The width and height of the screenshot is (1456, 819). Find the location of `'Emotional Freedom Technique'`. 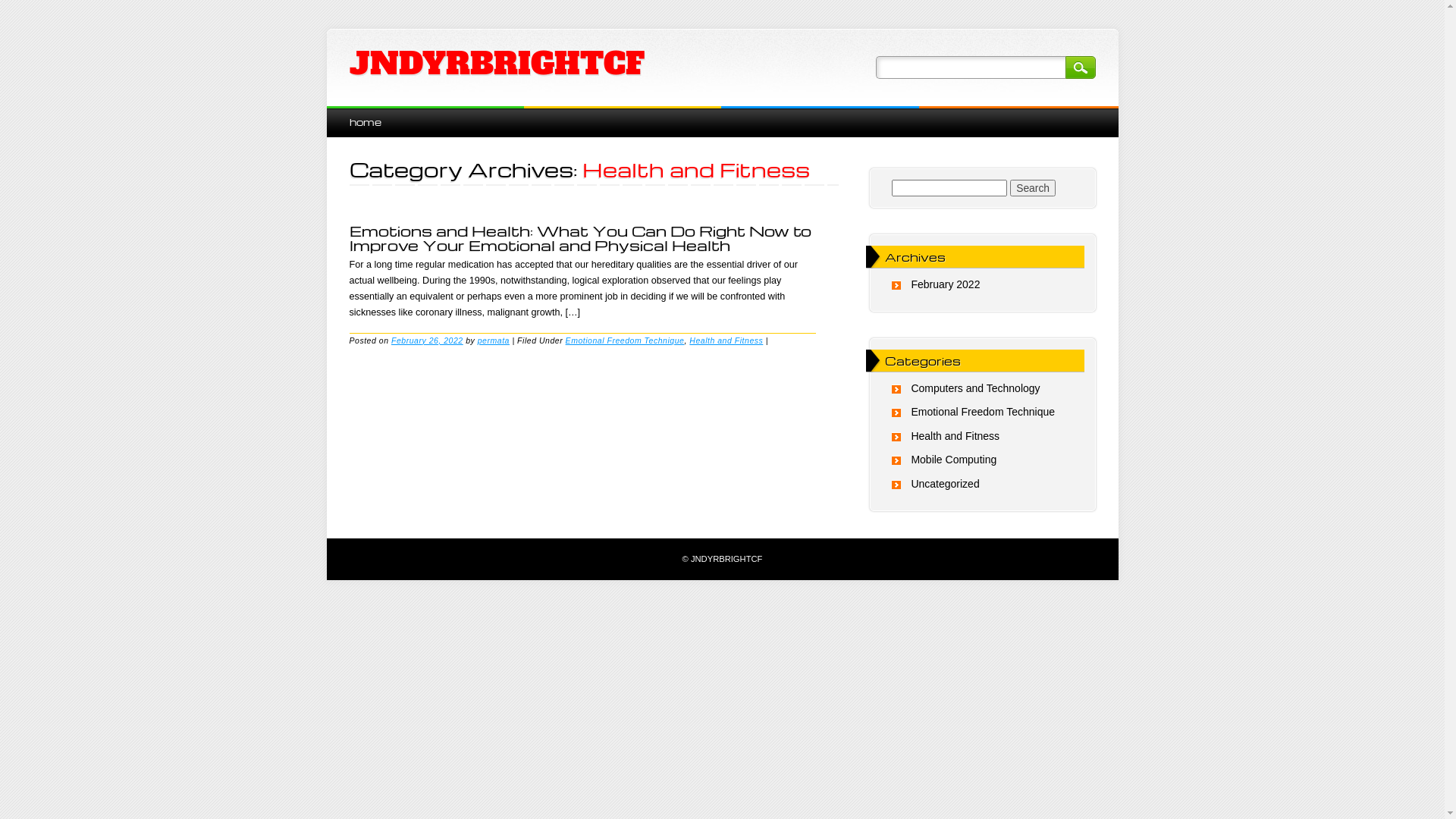

'Emotional Freedom Technique' is located at coordinates (564, 338).